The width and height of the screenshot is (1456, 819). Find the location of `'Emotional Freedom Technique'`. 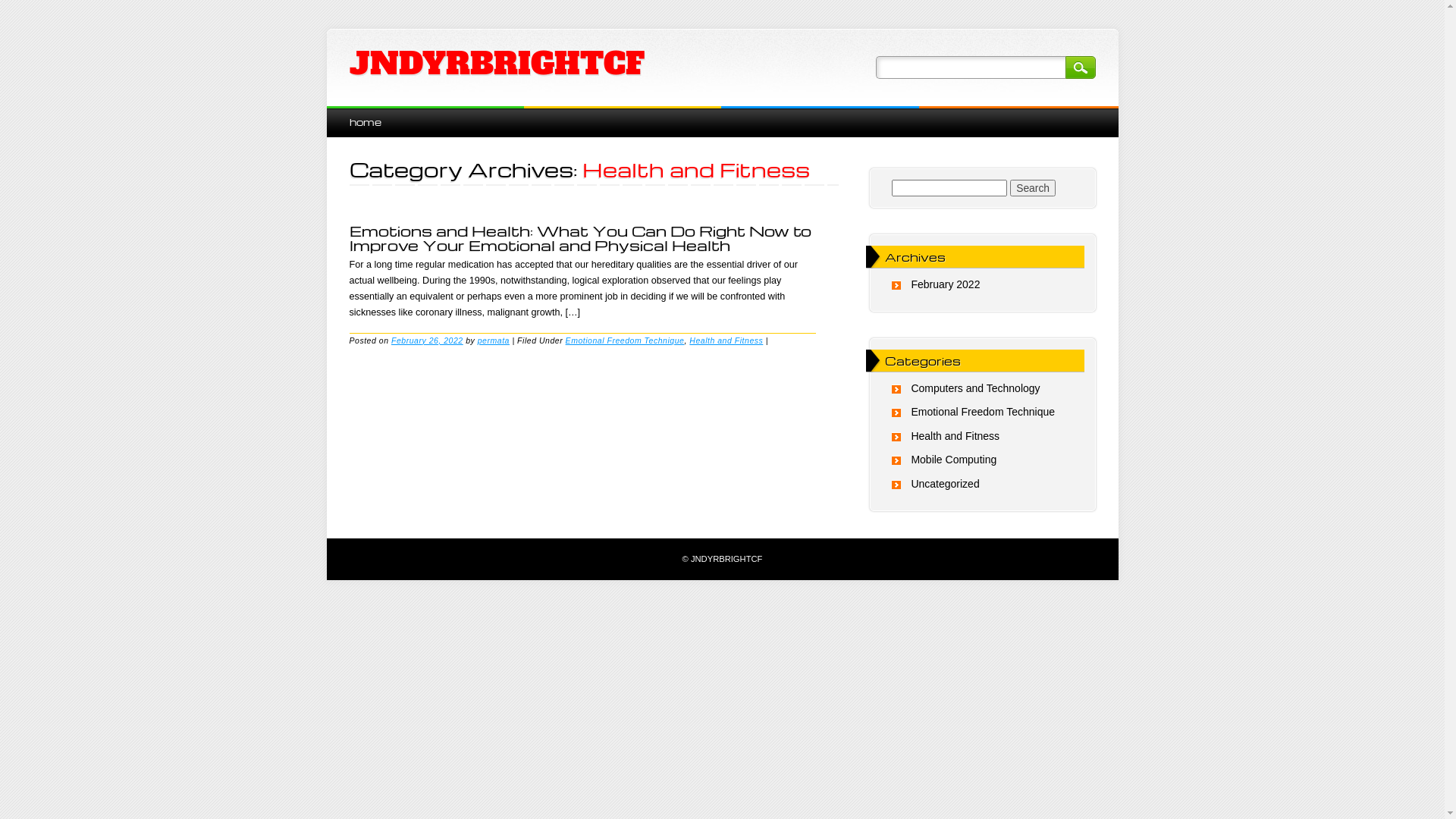

'Emotional Freedom Technique' is located at coordinates (564, 338).